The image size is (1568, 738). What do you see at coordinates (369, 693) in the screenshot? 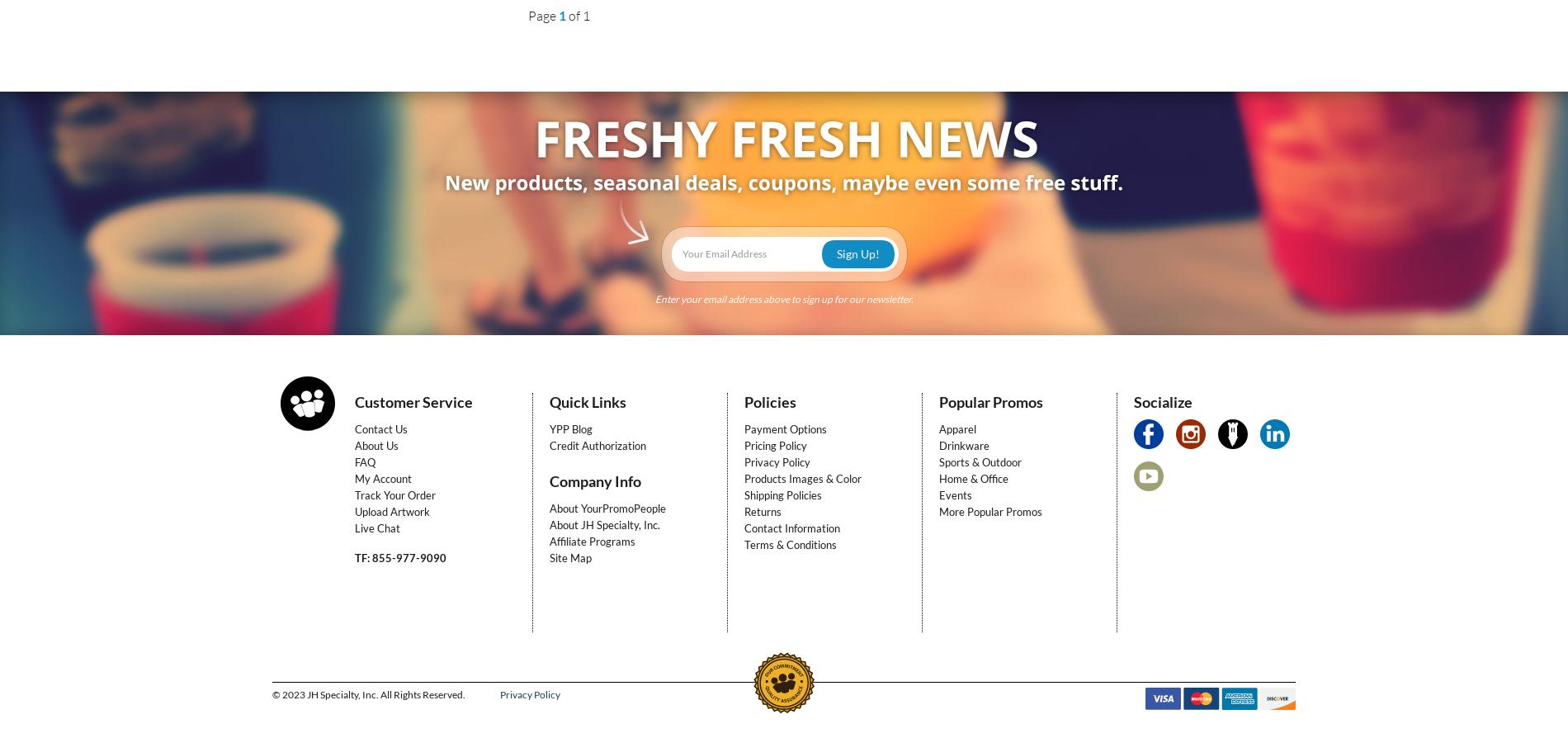
I see `'© 2023 JH Specialty, Inc. All Rights Reserved.'` at bounding box center [369, 693].